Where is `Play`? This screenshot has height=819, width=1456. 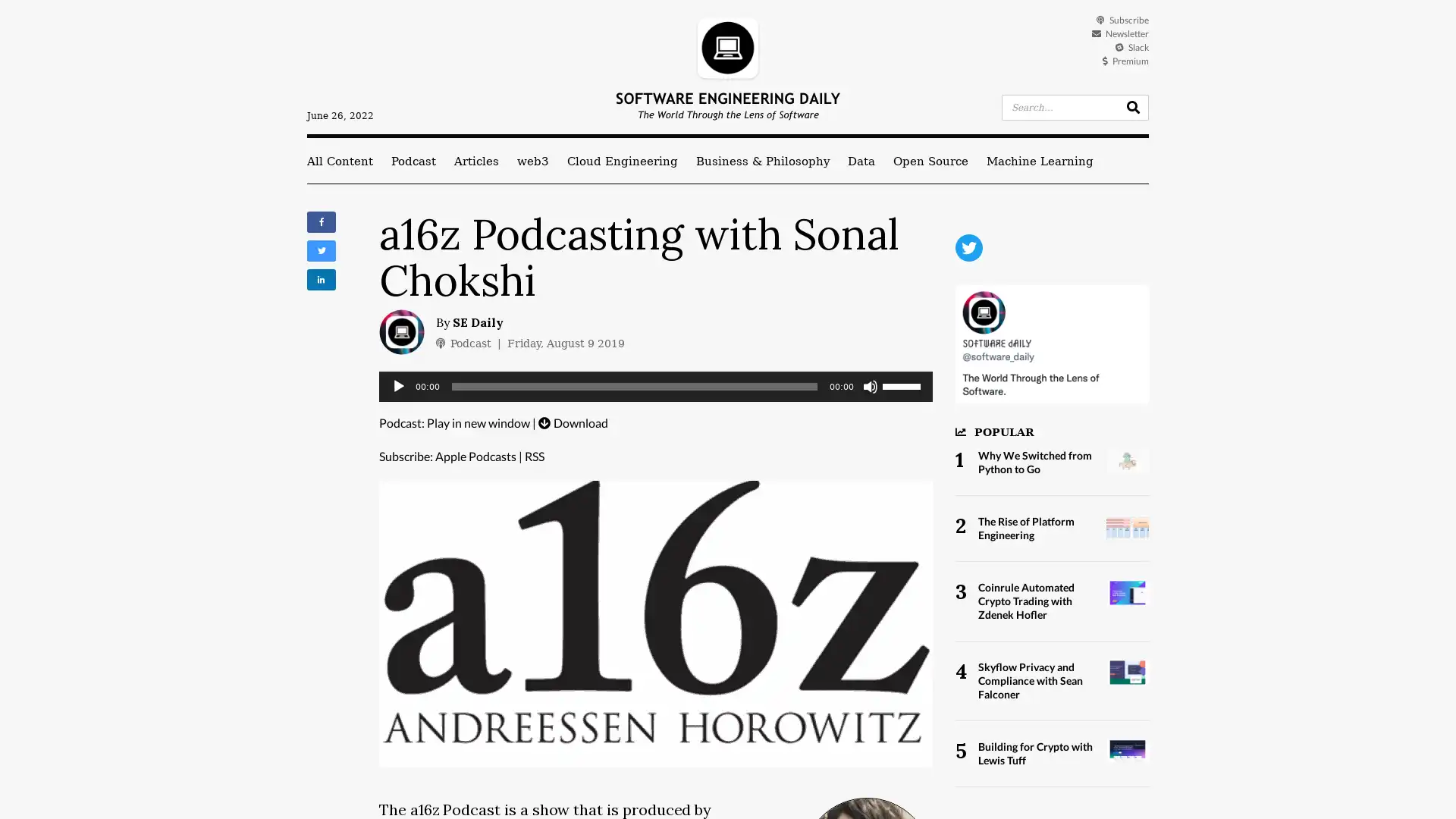 Play is located at coordinates (397, 385).